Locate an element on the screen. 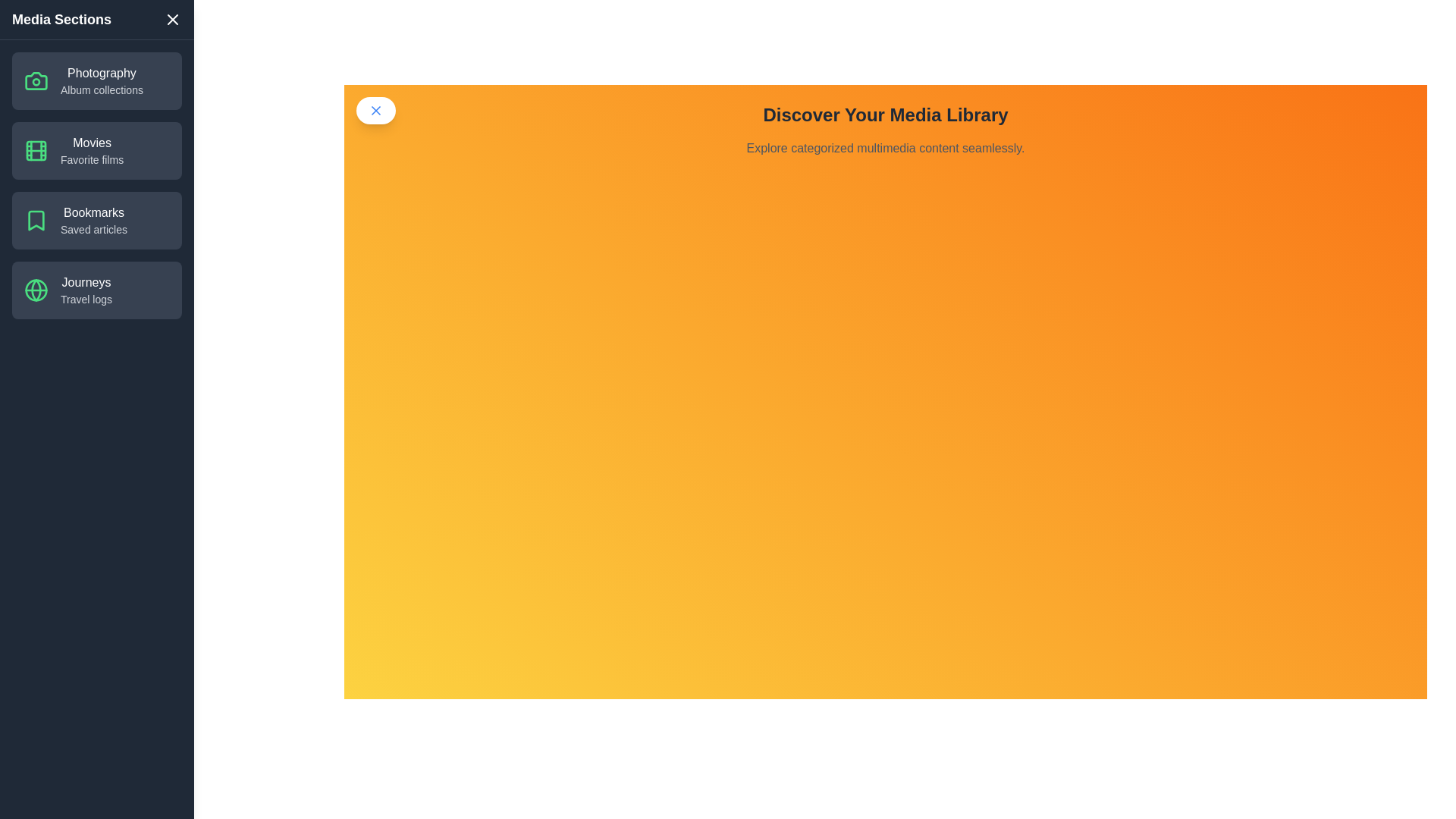 The width and height of the screenshot is (1456, 819). the main text area to focus on it is located at coordinates (885, 149).